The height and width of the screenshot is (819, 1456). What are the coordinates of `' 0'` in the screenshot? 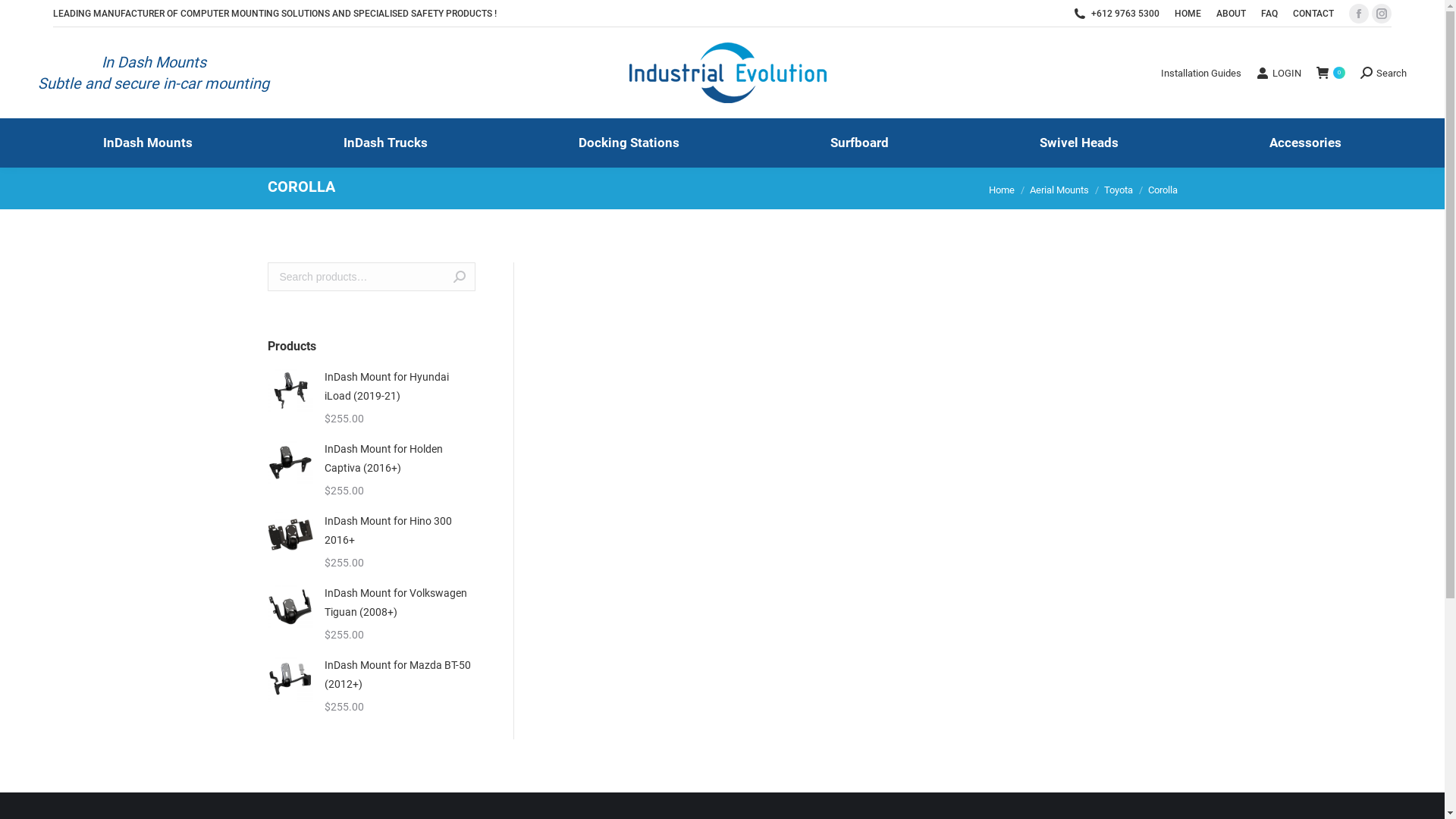 It's located at (1316, 73).